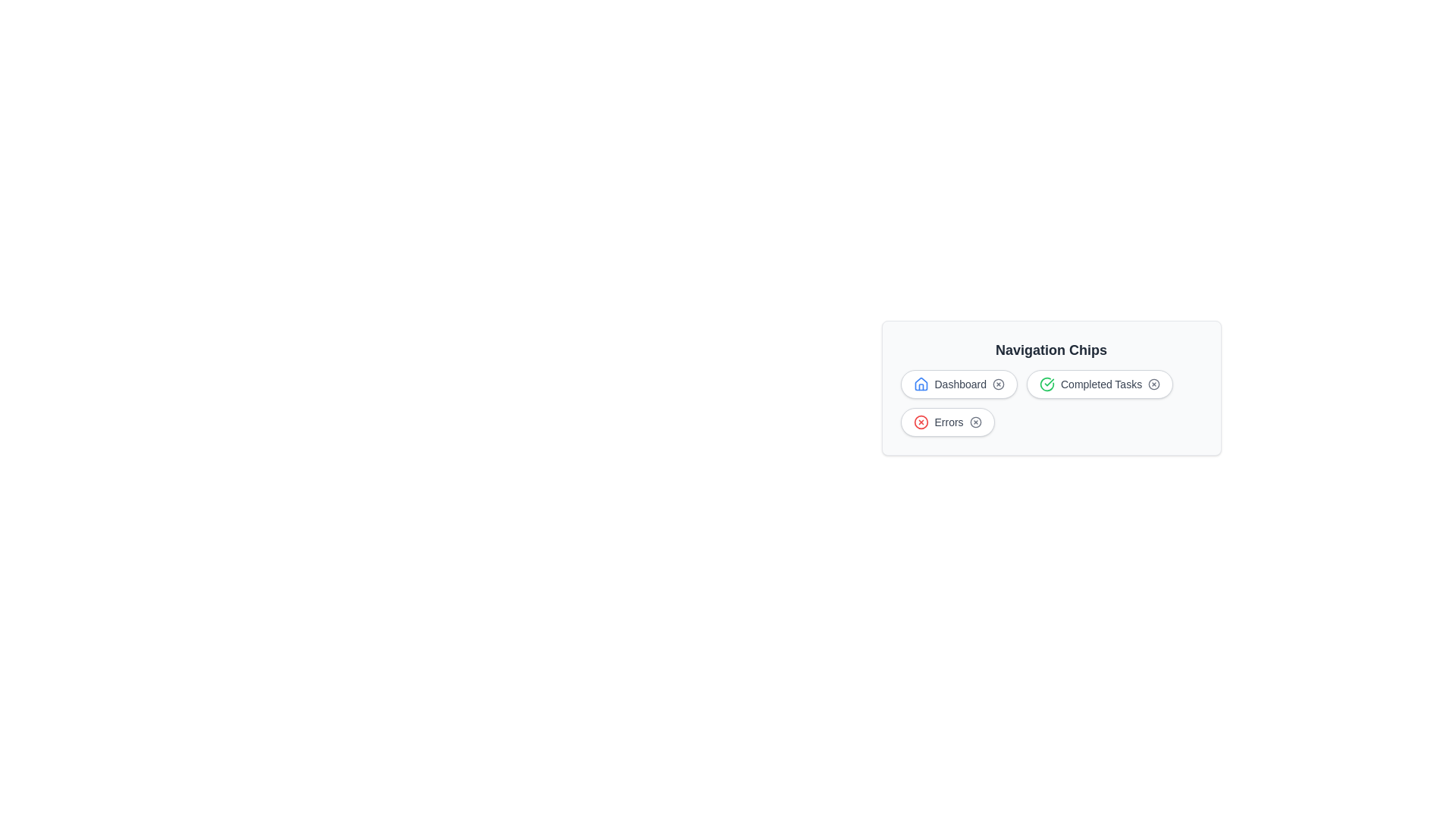 This screenshot has height=819, width=1456. I want to click on close button of the chip labeled Completed Tasks, so click(1153, 383).